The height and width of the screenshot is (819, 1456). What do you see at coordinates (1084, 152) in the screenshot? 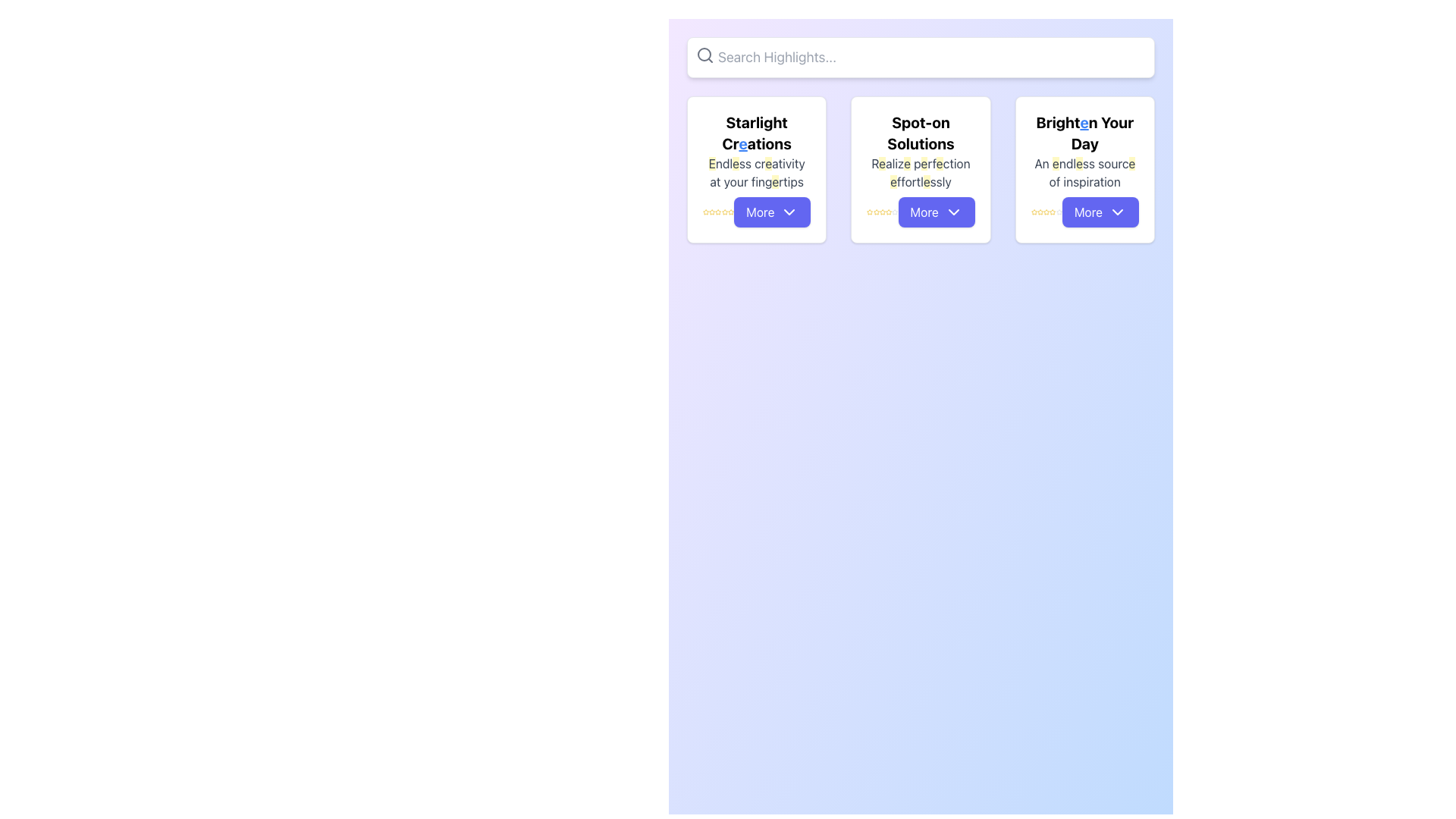
I see `text content of the header labeled 'Brighten Your Day' and its tagline 'An endless source of inspiration', which is displayed in a white card with rounded corners and shadowing, positioned in the rightmost of three similar cards` at bounding box center [1084, 152].